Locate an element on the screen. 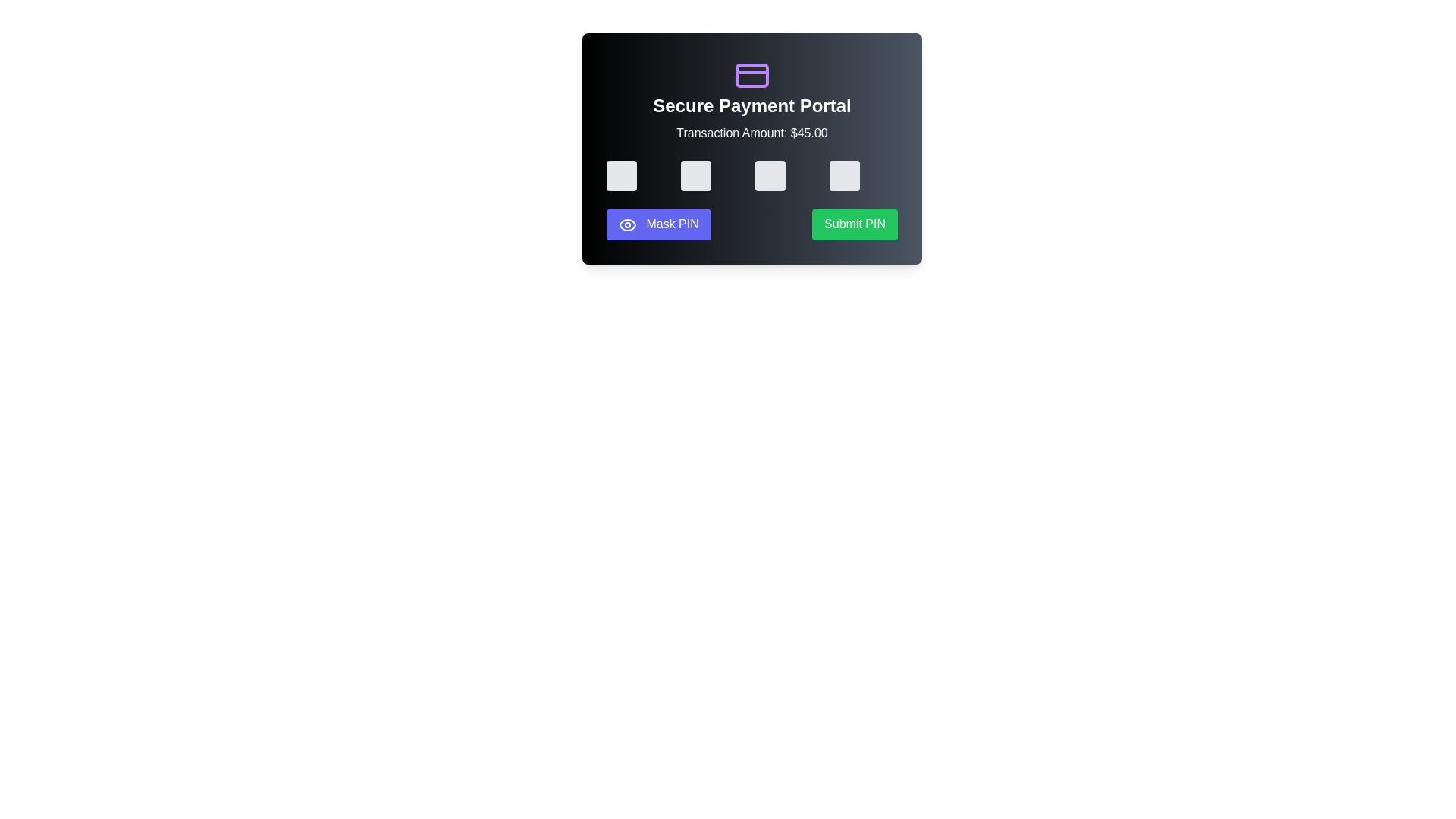 The image size is (1456, 819). the 'Mask PIN' button, which is a rectangular button with rounded corners and a purple background is located at coordinates (658, 224).